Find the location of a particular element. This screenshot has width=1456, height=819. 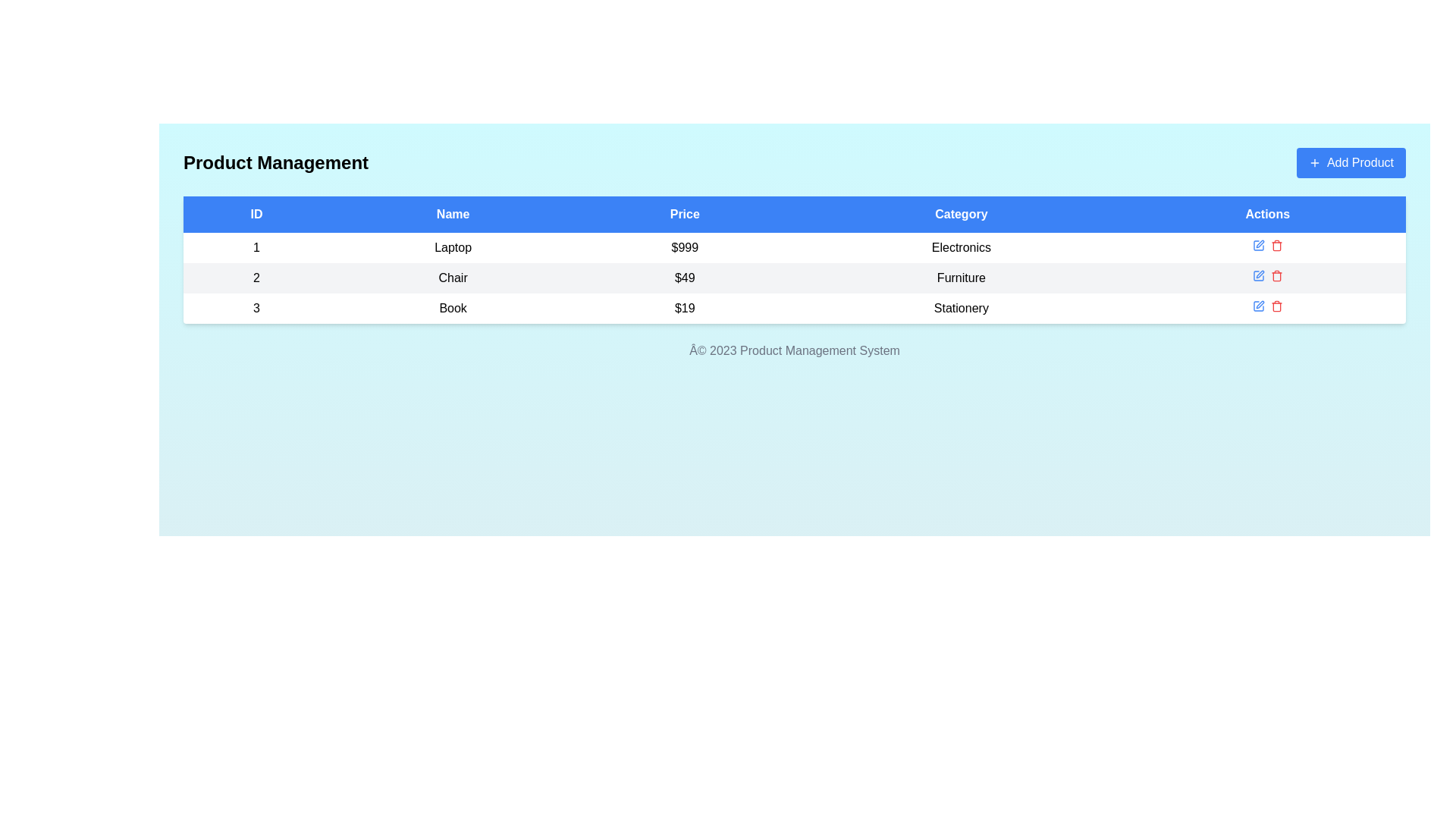

the edit button for the 'Chair' product entry, which is the first interactive icon in the rightmost 'Actions' column of the second row of the table is located at coordinates (1258, 275).